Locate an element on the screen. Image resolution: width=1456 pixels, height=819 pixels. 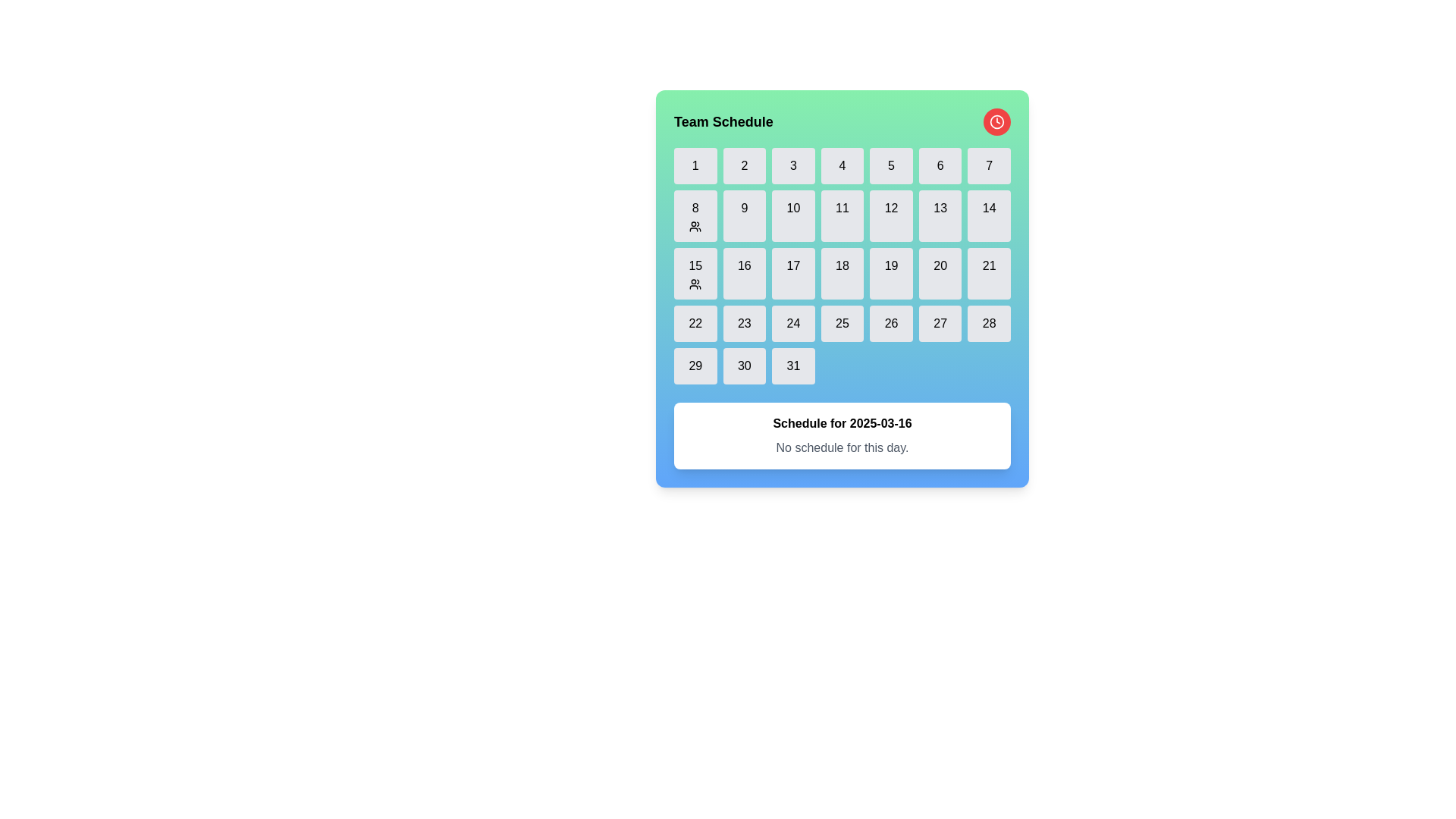
the black numeral '5' inside the square box with rounded corners is located at coordinates (891, 166).